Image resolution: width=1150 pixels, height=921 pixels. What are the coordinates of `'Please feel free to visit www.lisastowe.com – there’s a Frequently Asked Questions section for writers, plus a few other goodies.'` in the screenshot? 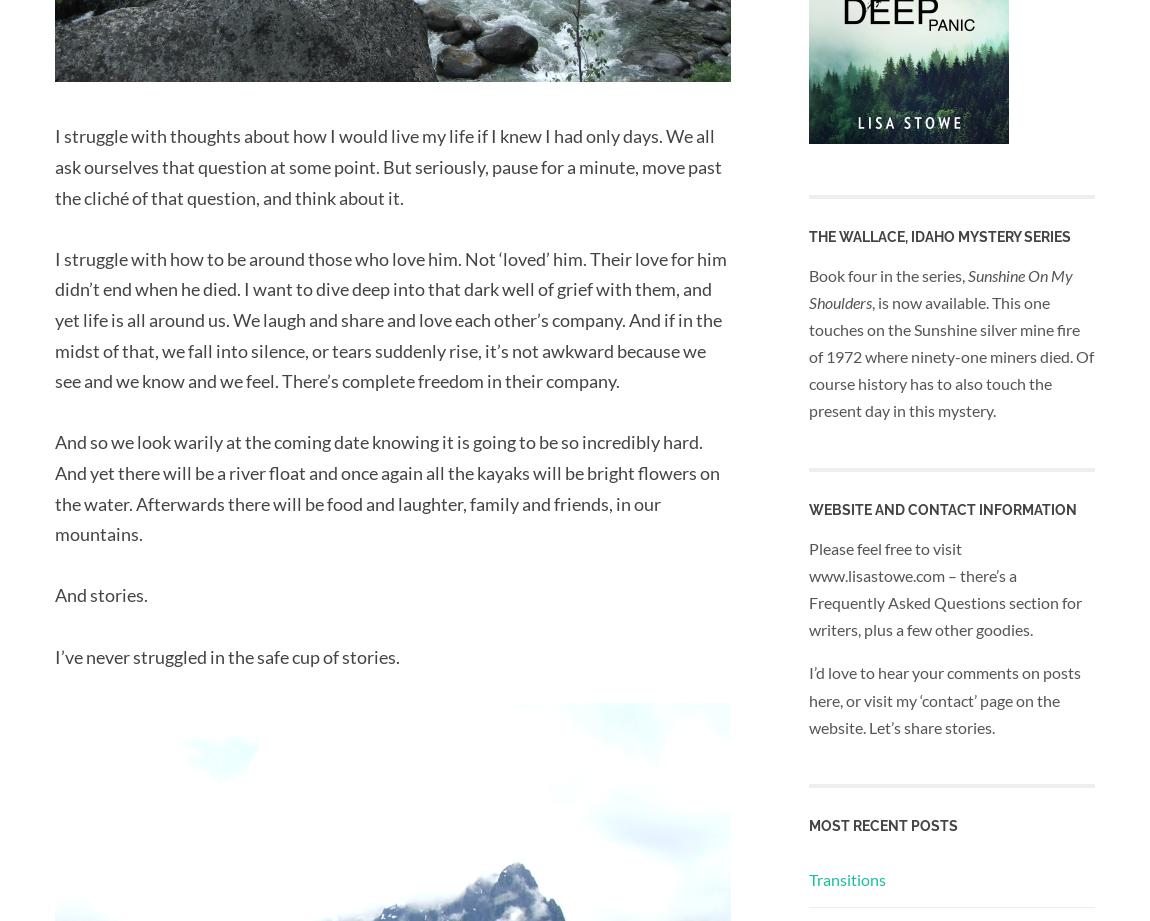 It's located at (945, 587).